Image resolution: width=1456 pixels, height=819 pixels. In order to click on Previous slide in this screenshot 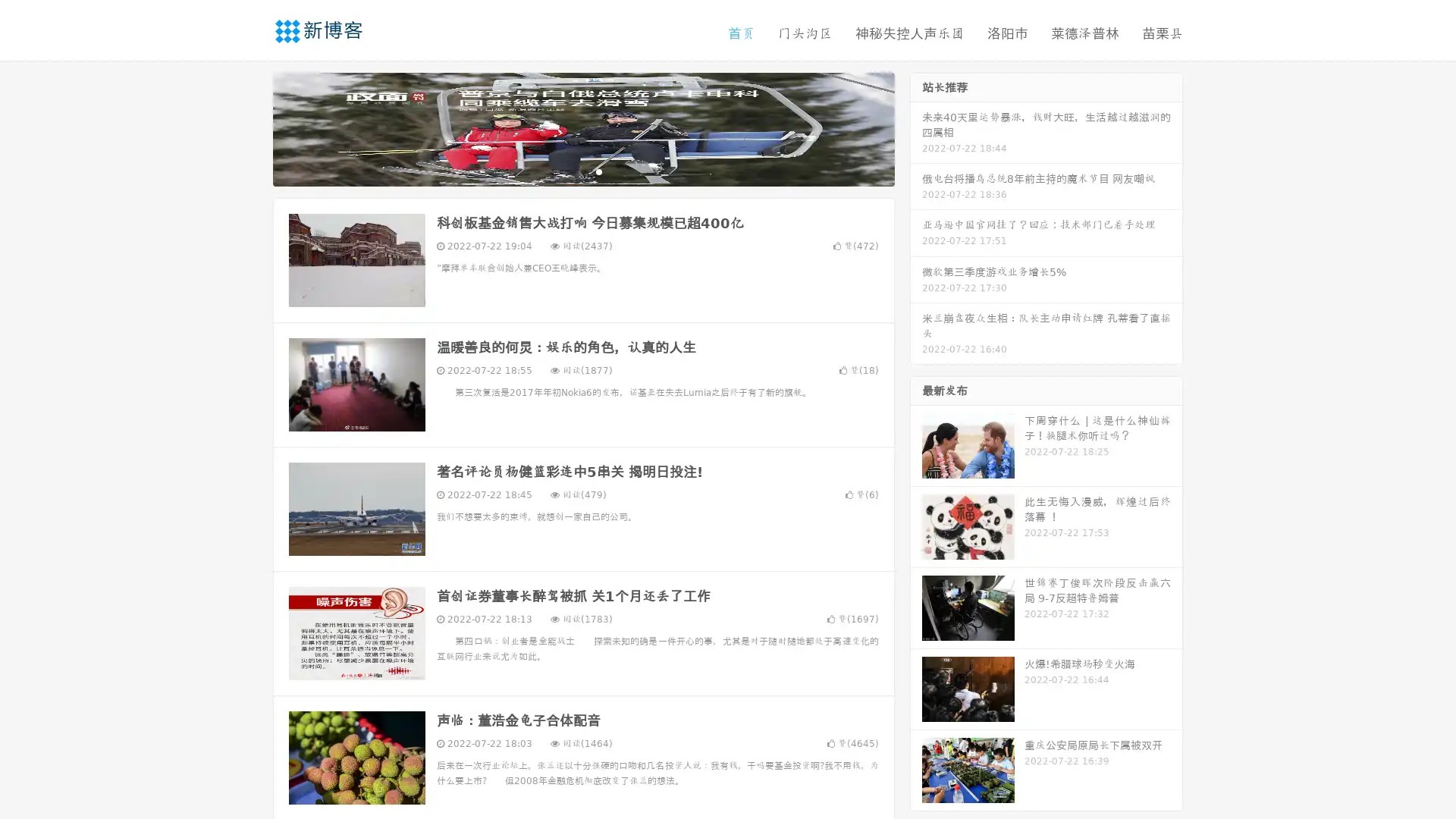, I will do `click(250, 127)`.